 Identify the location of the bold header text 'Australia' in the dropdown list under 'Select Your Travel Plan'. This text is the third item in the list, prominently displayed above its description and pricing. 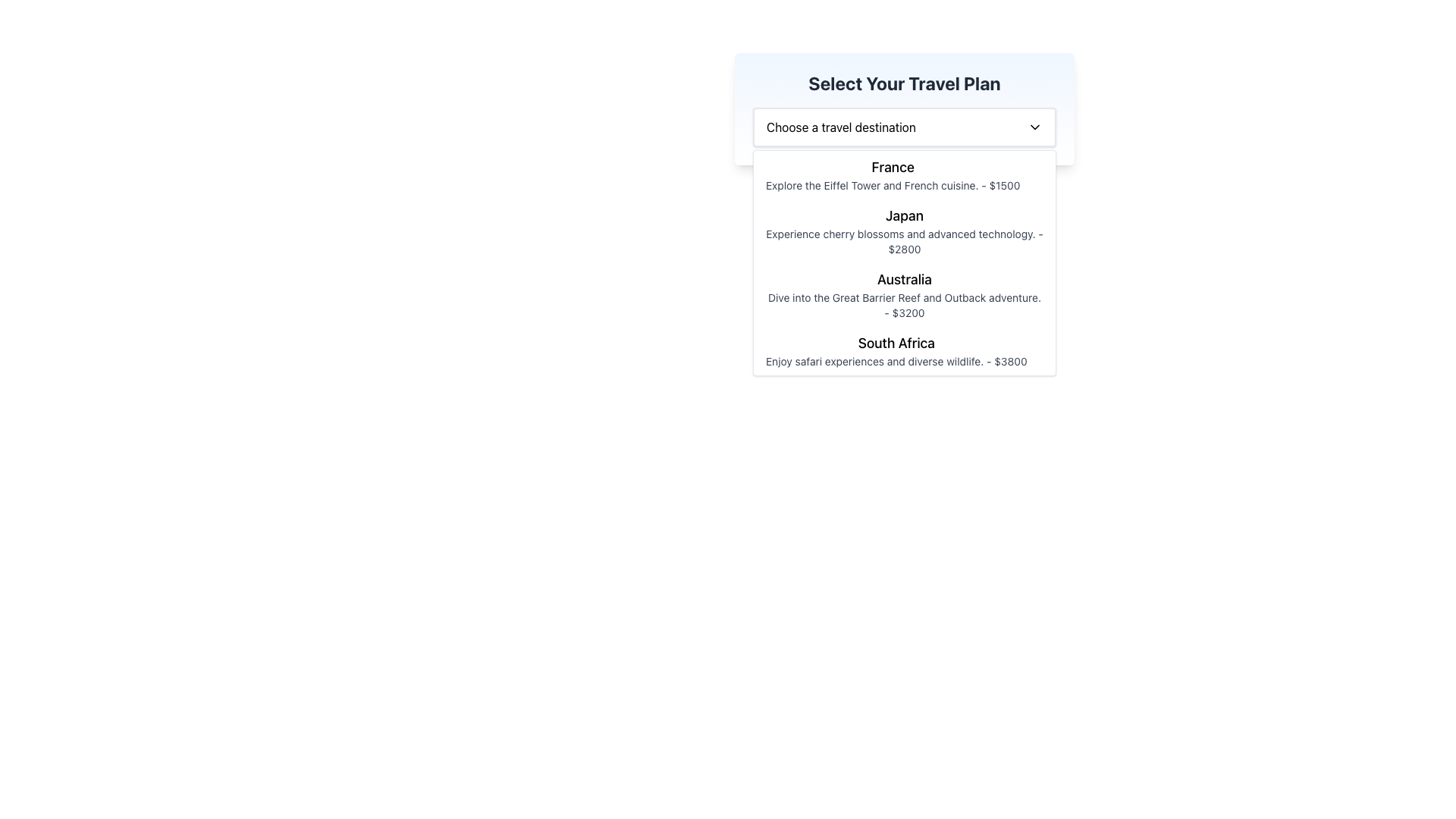
(905, 280).